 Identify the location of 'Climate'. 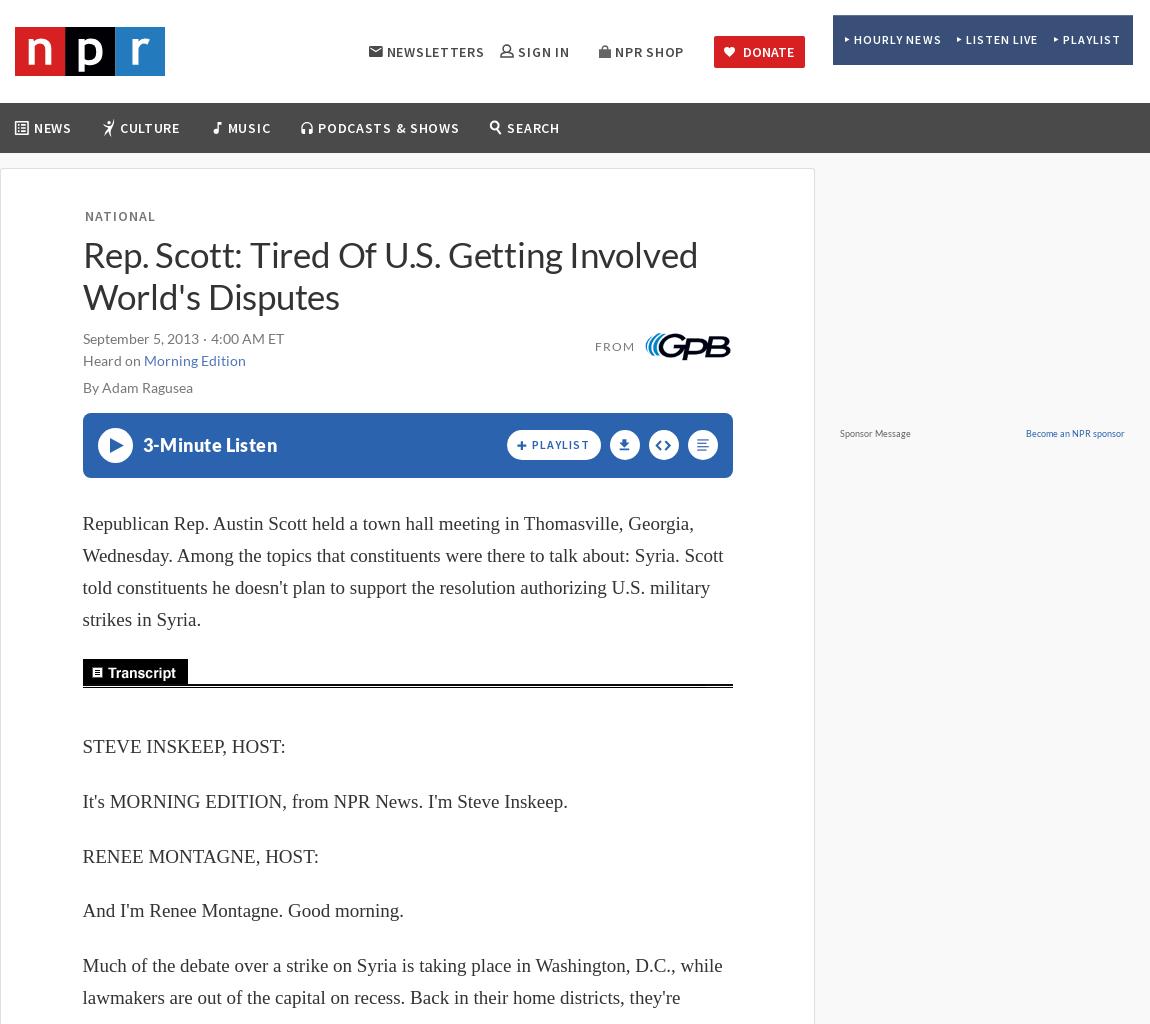
(69, 326).